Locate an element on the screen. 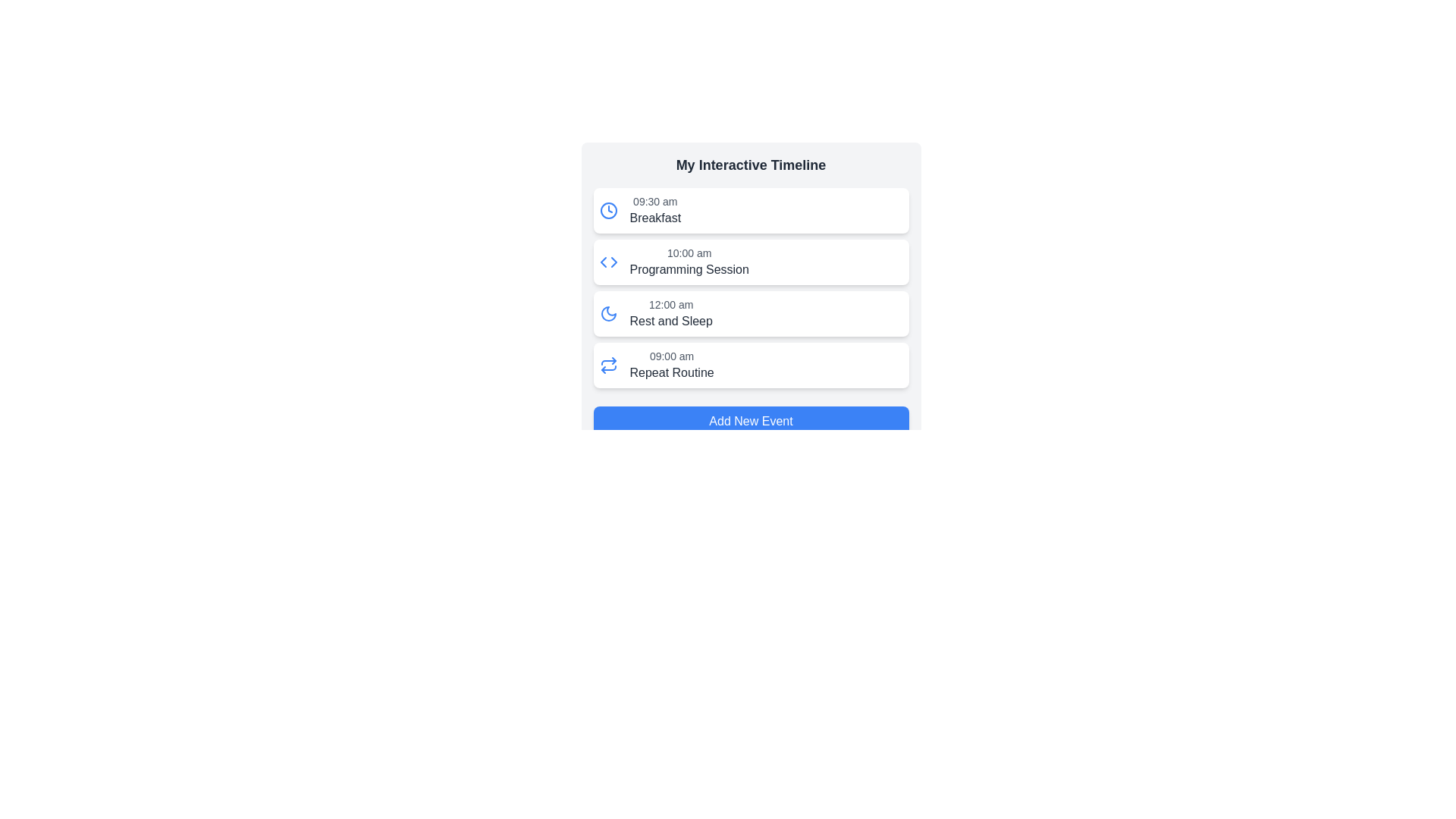 Image resolution: width=1456 pixels, height=819 pixels. the blue repeat icon with circular arrows located to the left of the '09:00 am' text and 'Repeat Routine' in the last item of the events list is located at coordinates (608, 366).